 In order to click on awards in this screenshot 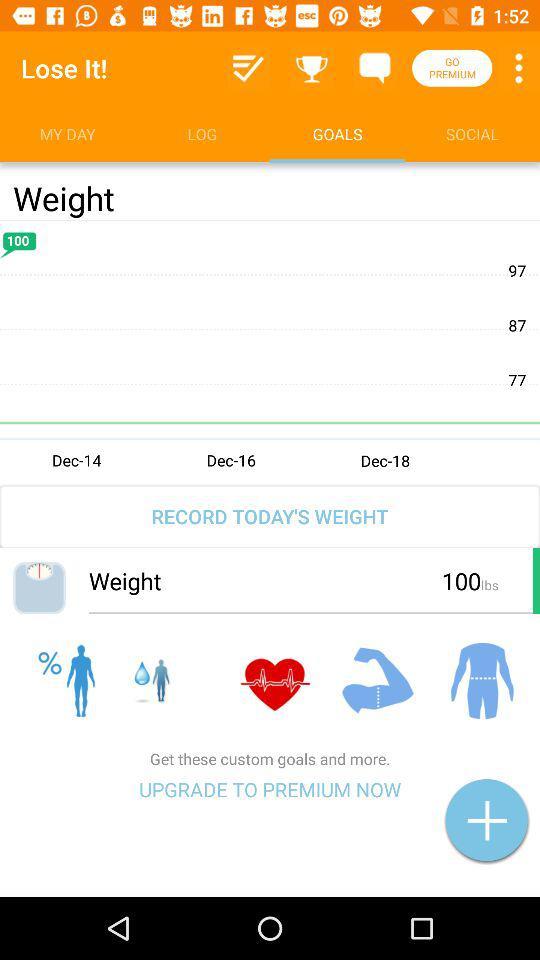, I will do `click(312, 68)`.